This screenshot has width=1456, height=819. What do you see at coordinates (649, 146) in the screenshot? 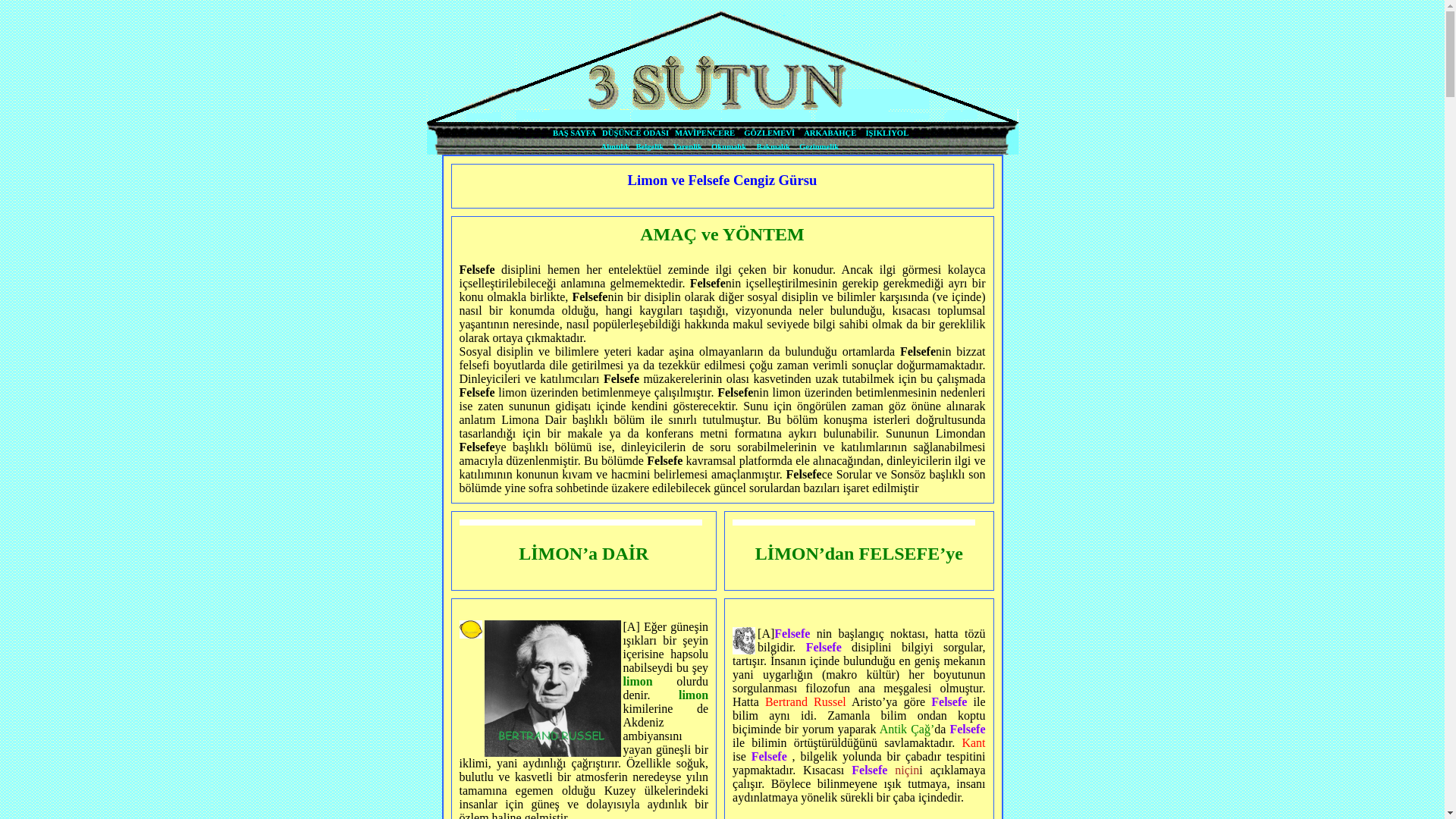
I see `'Belgelik'` at bounding box center [649, 146].